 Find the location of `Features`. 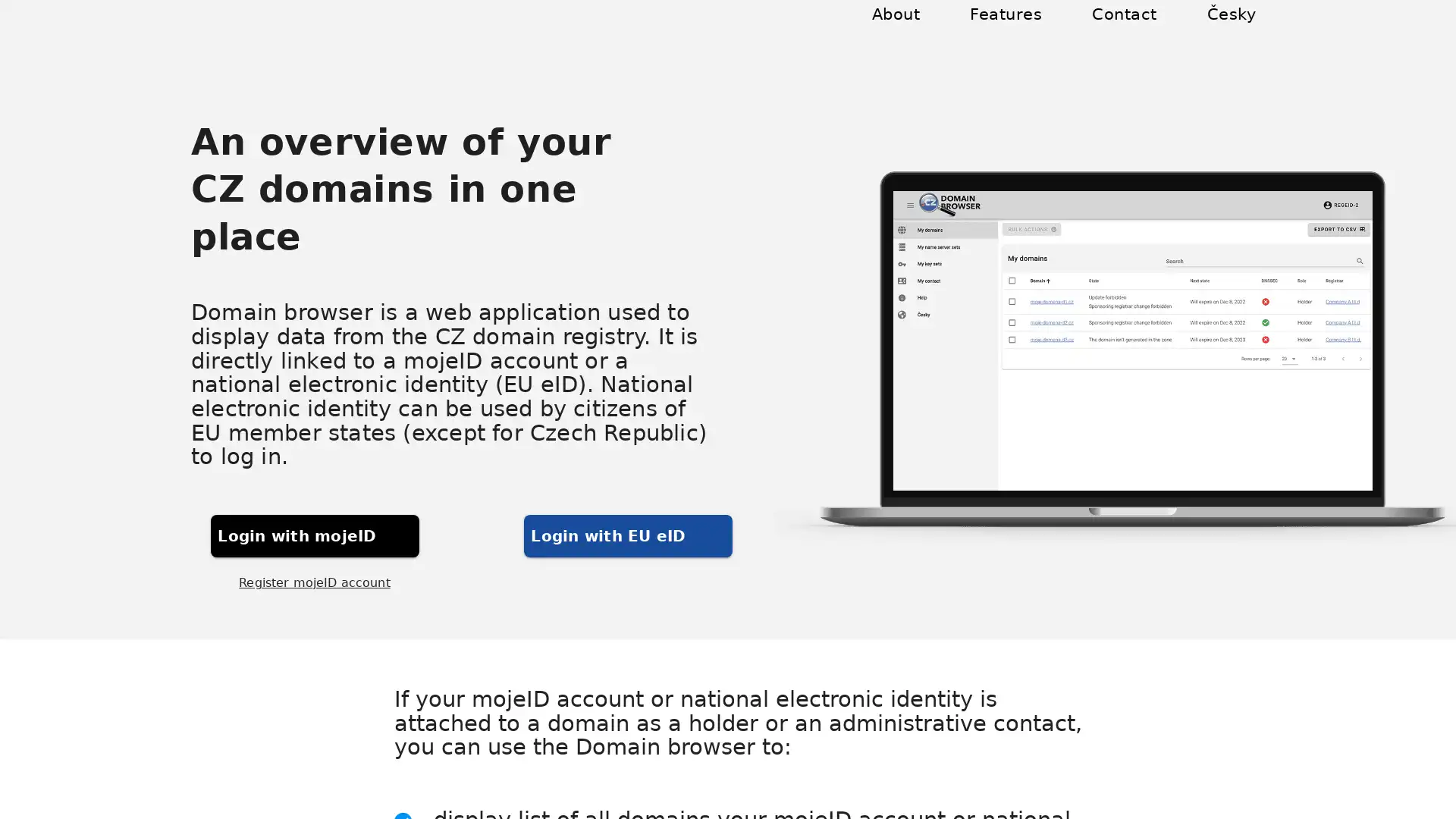

Features is located at coordinates (1018, 32).